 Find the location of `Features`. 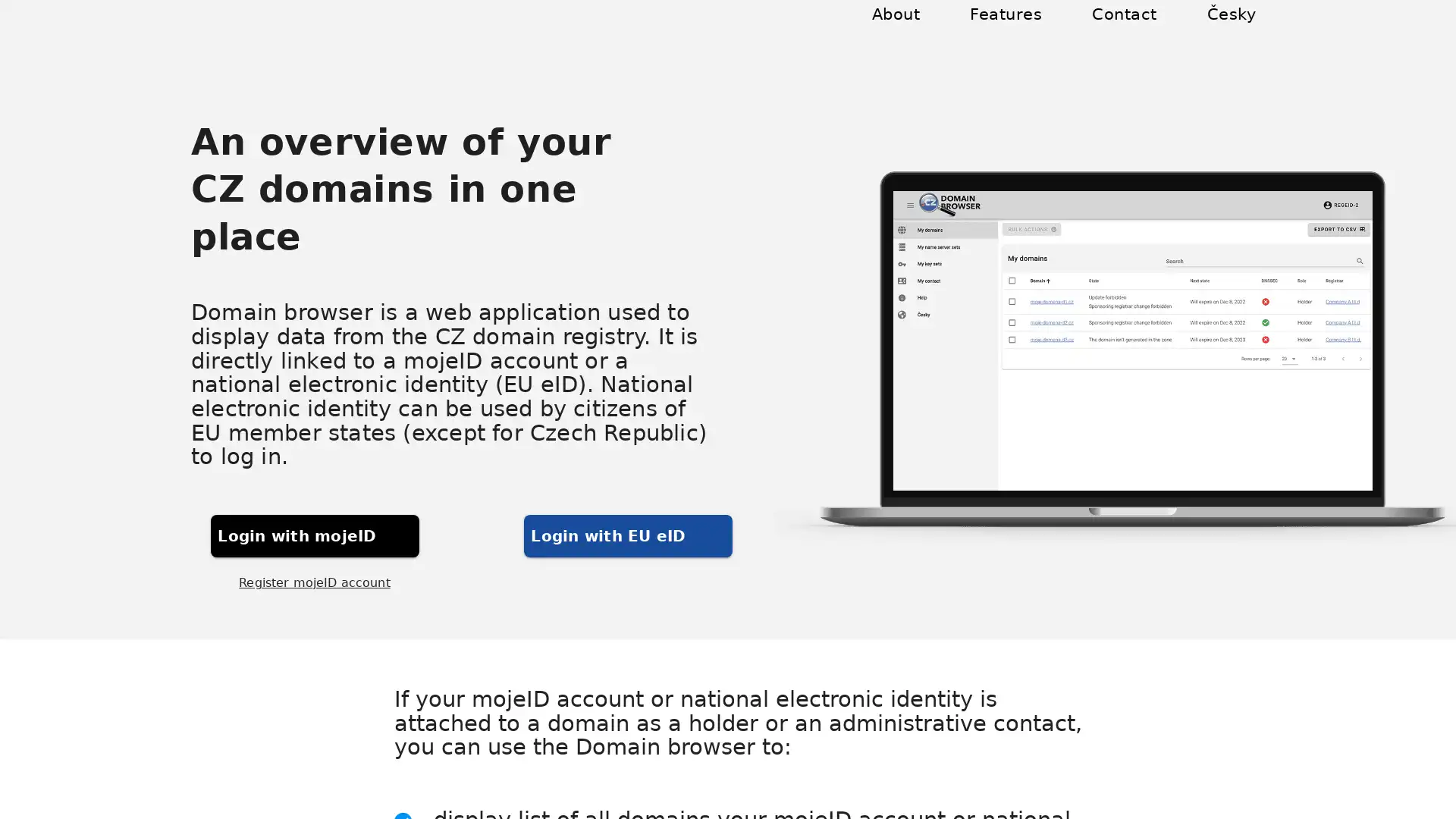

Features is located at coordinates (1018, 32).